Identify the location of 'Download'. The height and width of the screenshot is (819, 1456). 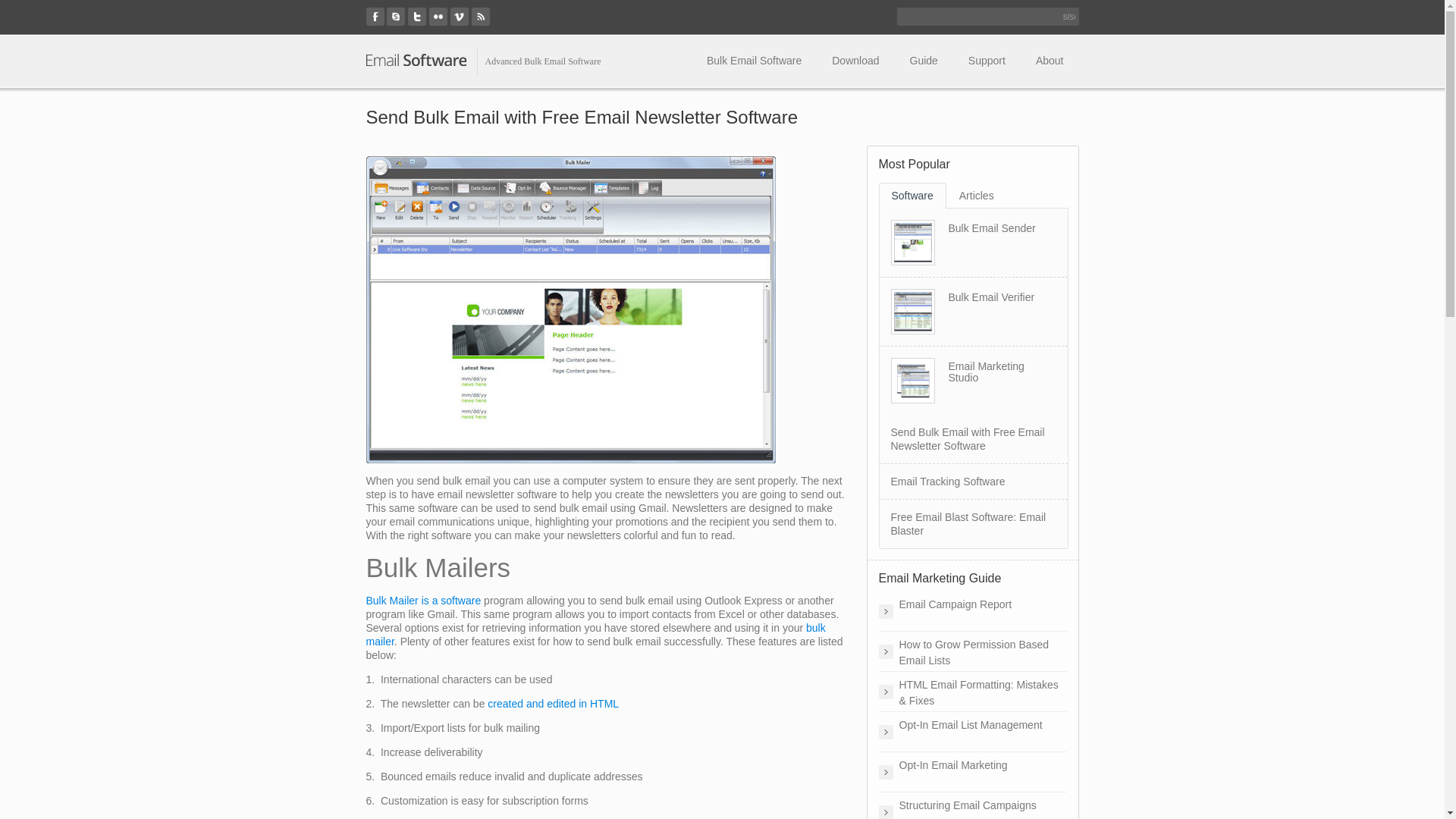
(815, 60).